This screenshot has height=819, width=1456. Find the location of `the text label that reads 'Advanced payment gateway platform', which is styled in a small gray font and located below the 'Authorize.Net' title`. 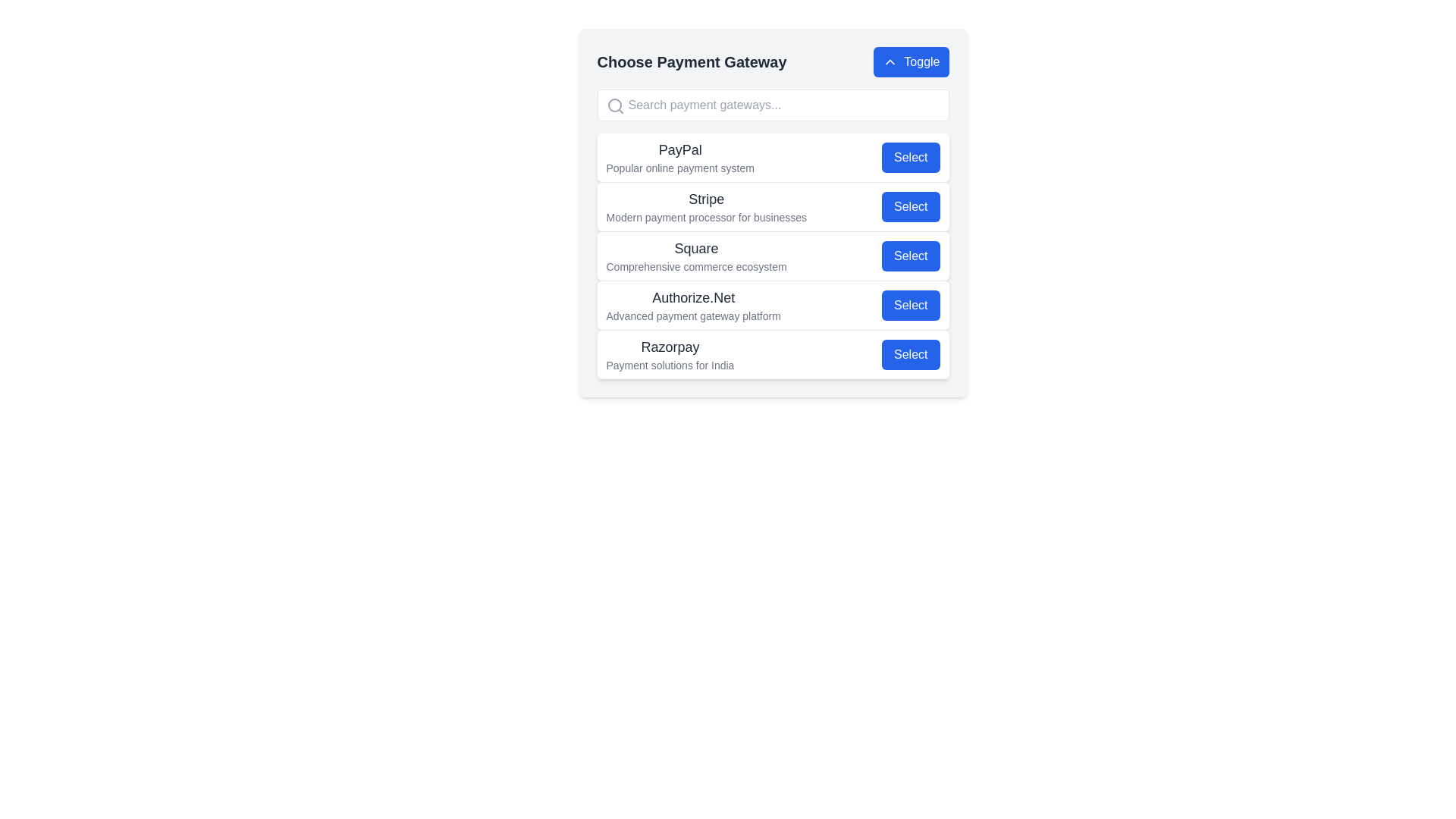

the text label that reads 'Advanced payment gateway platform', which is styled in a small gray font and located below the 'Authorize.Net' title is located at coordinates (692, 315).